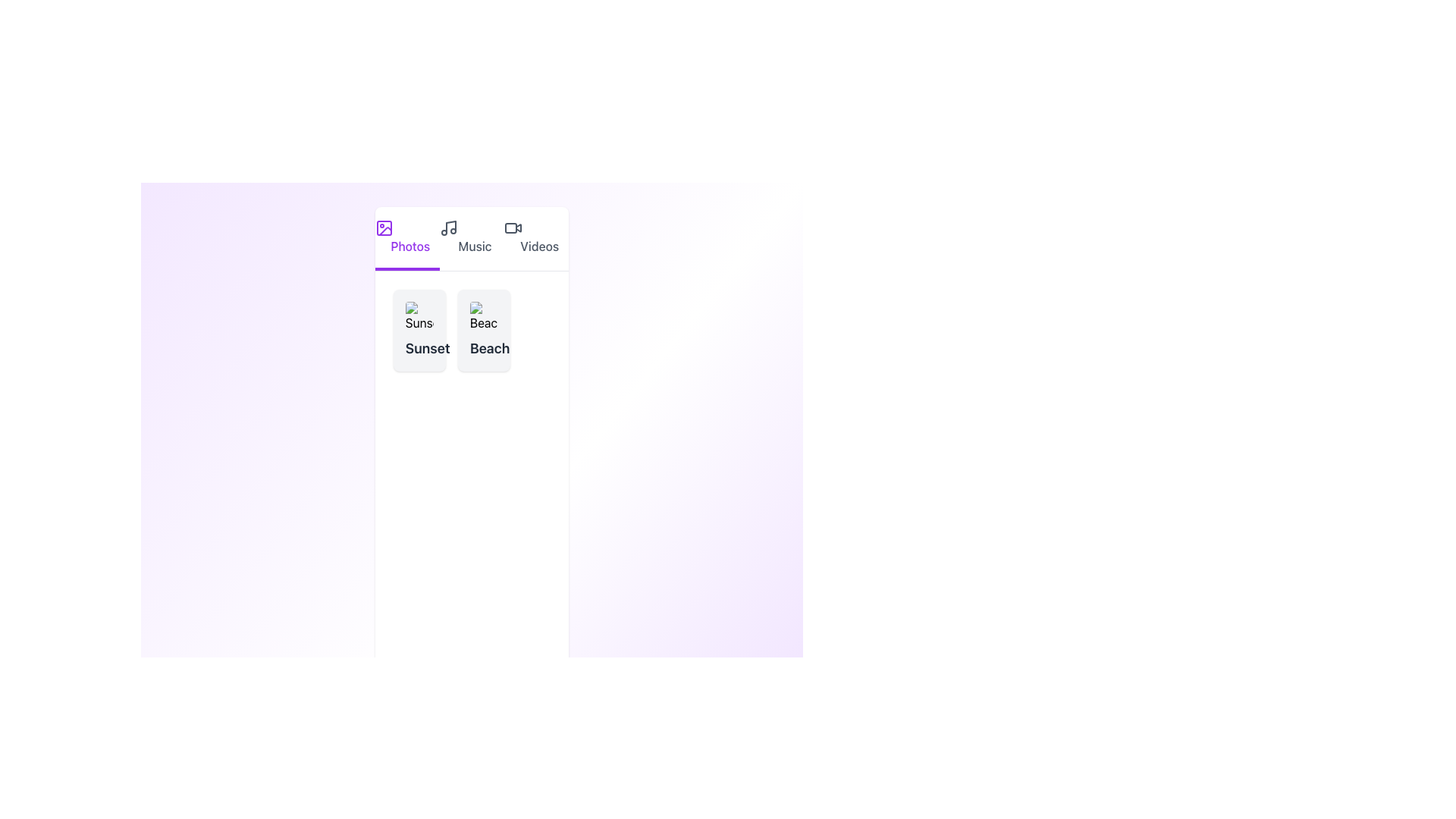  What do you see at coordinates (471, 239) in the screenshot?
I see `the 'Music' button in the horizontal navigation menu` at bounding box center [471, 239].